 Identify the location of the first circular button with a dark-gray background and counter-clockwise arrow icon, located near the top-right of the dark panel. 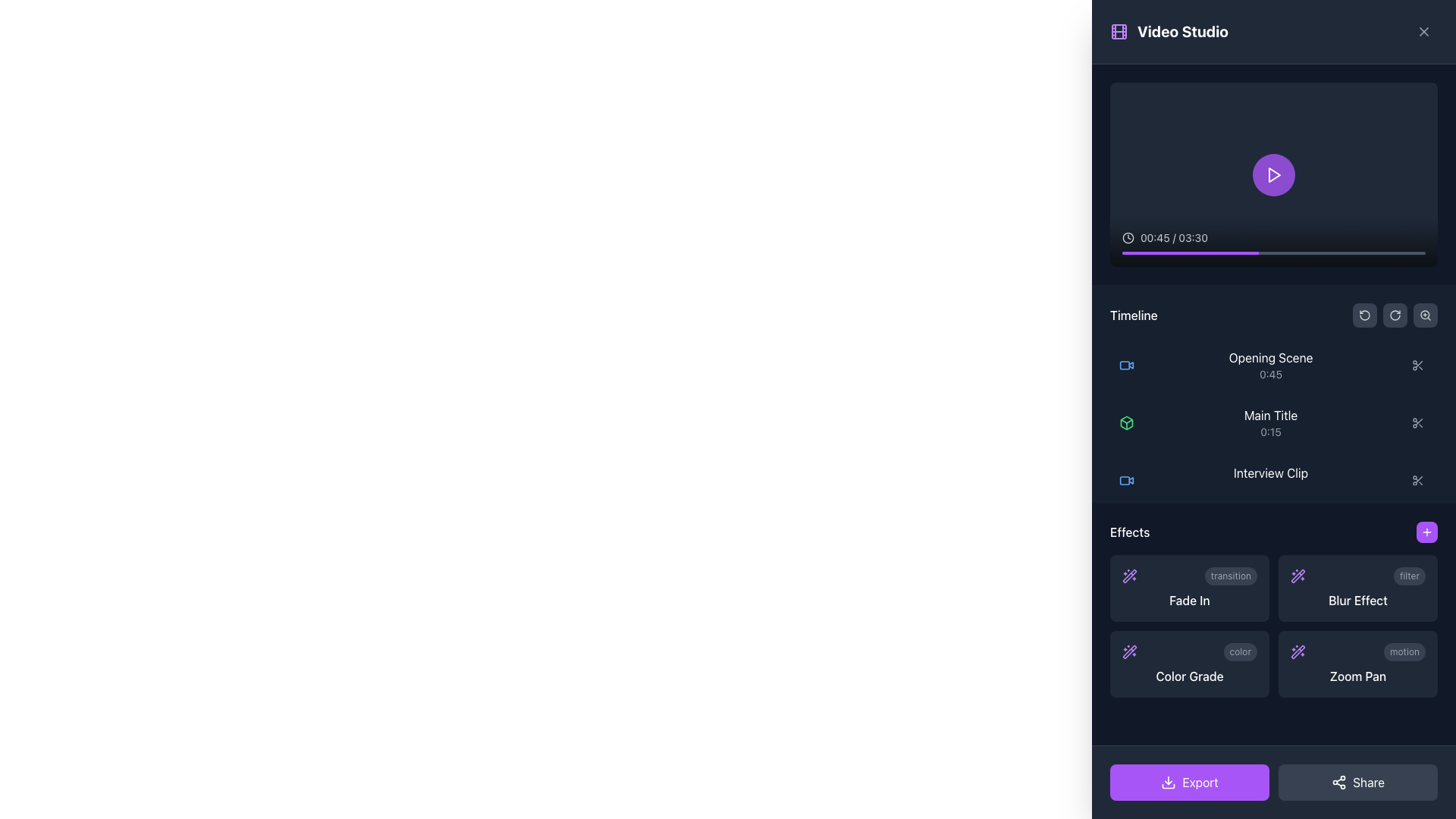
(1365, 315).